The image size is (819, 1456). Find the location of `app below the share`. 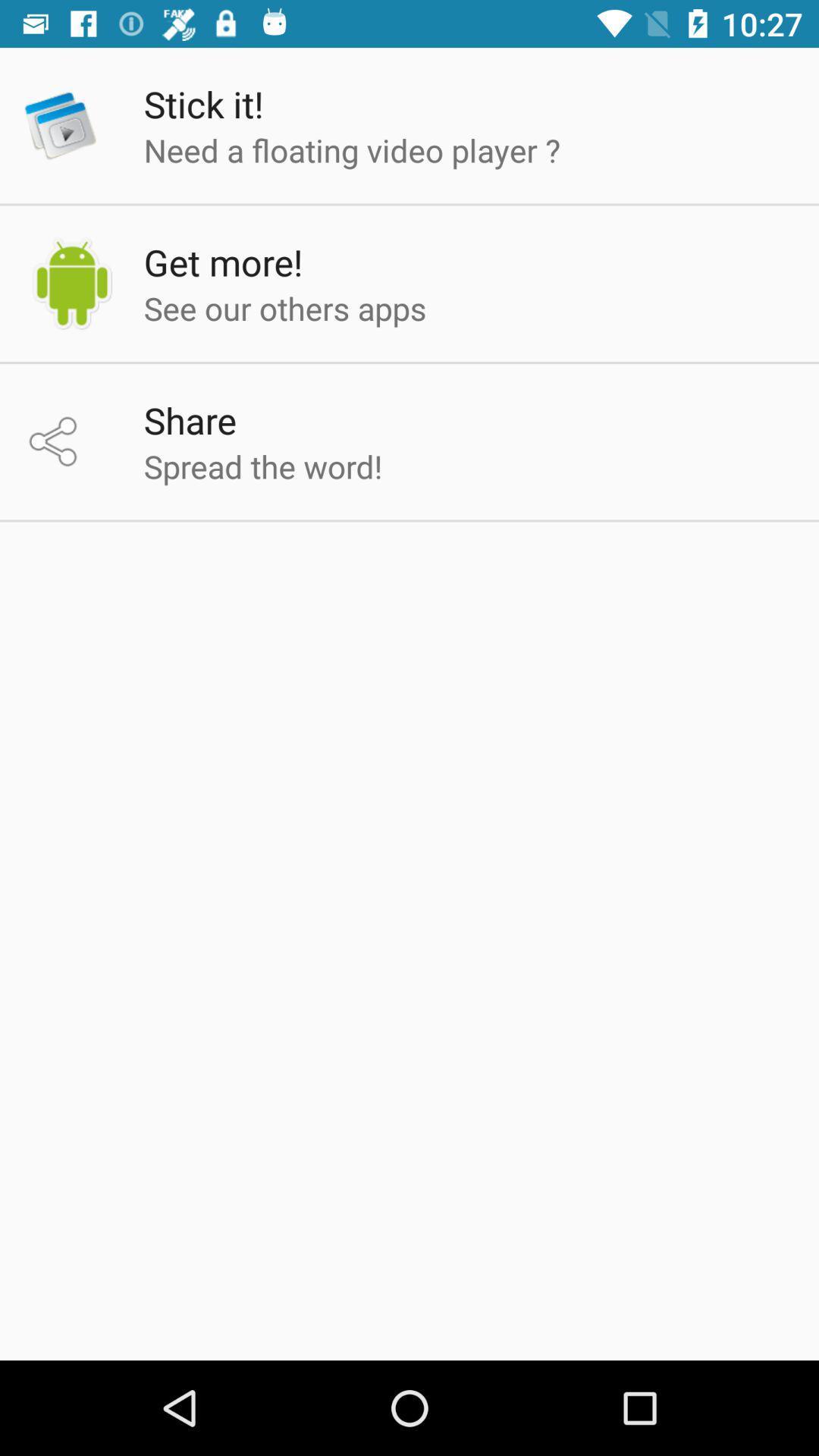

app below the share is located at coordinates (262, 465).